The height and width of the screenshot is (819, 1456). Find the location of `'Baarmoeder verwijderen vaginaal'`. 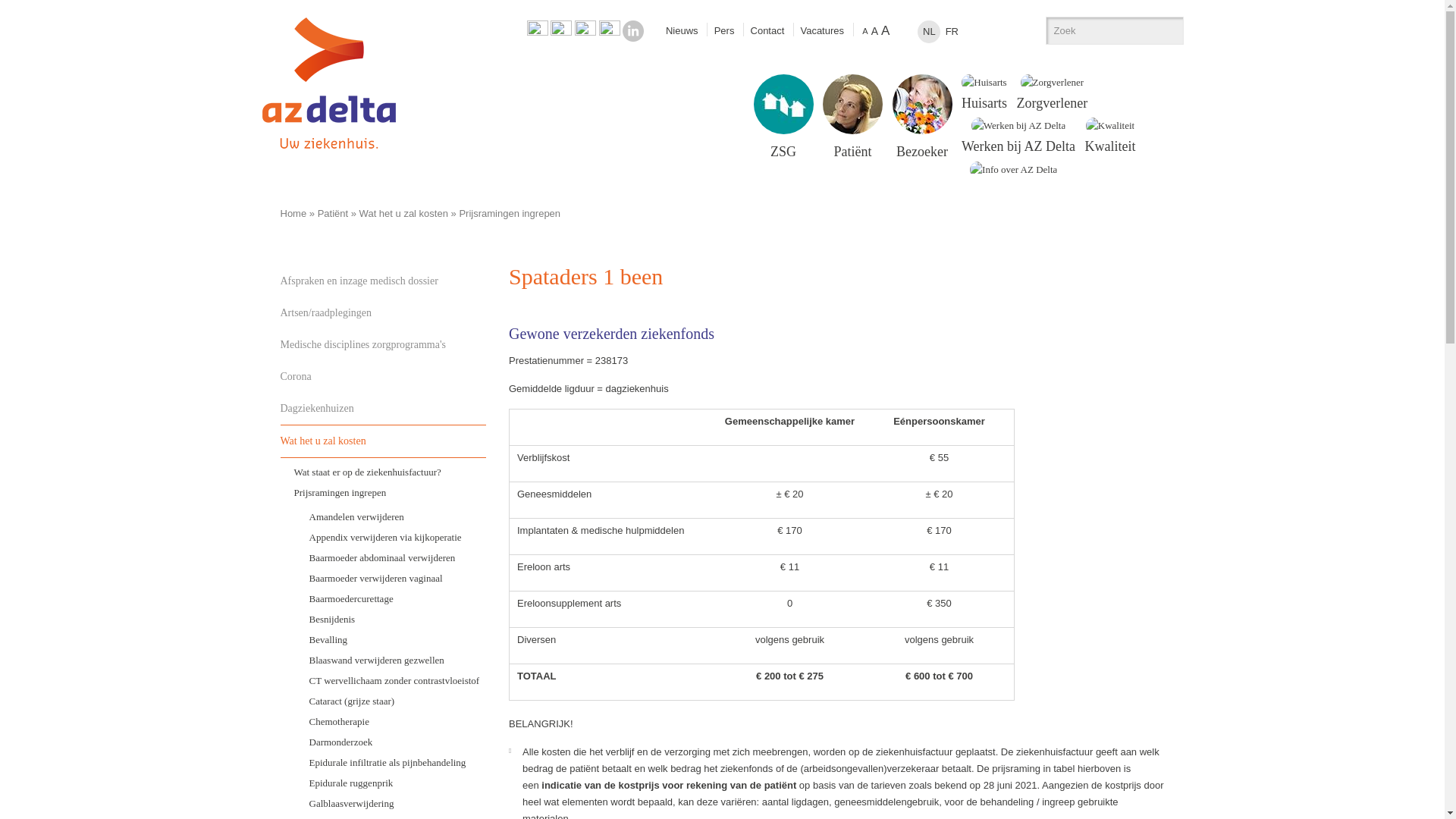

'Baarmoeder verwijderen vaginaal' is located at coordinates (391, 577).